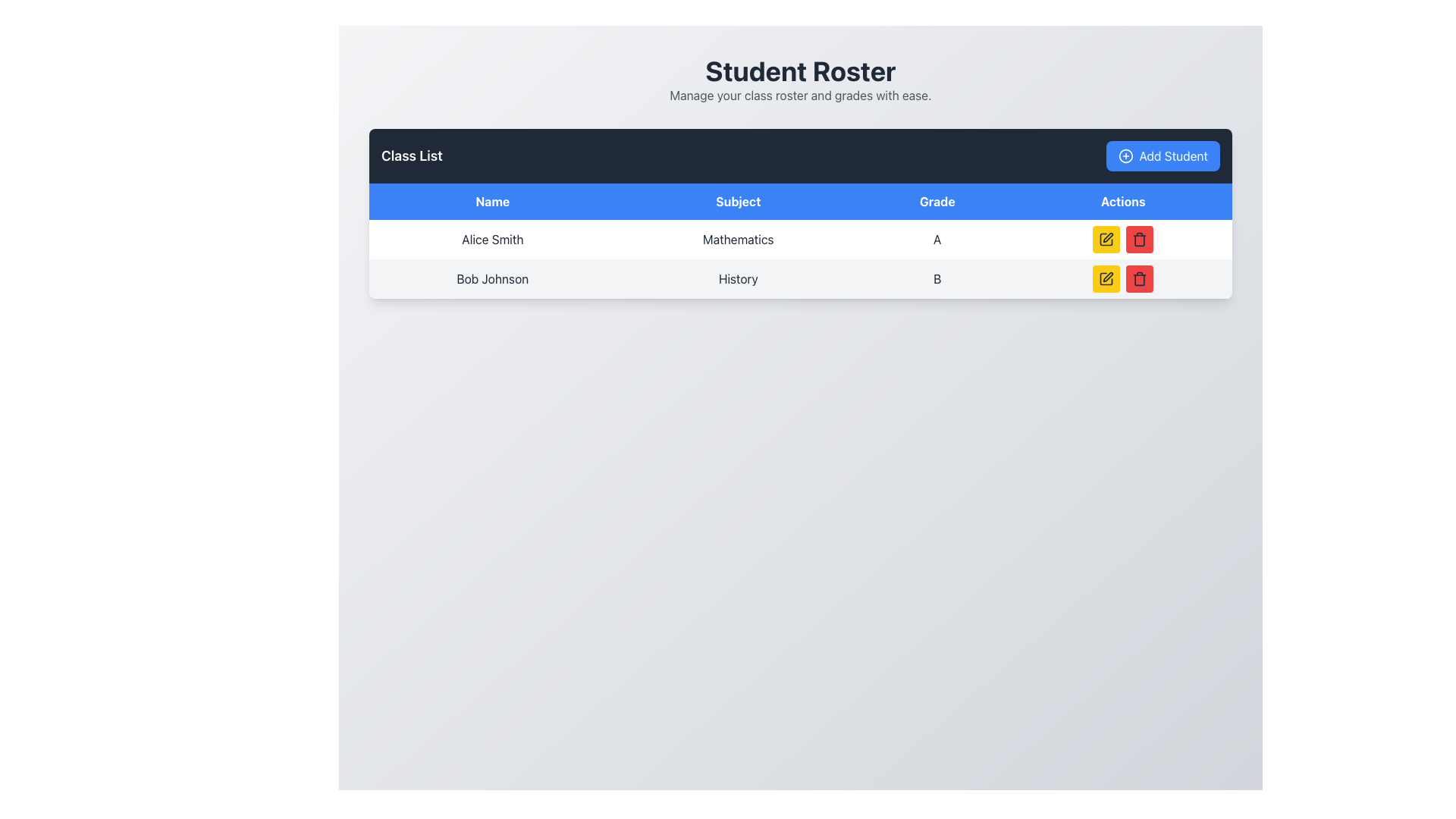 This screenshot has width=1456, height=819. What do you see at coordinates (1140, 278) in the screenshot?
I see `the trash can icon, which is the second element in the 'Actions' column of the second row of the table` at bounding box center [1140, 278].